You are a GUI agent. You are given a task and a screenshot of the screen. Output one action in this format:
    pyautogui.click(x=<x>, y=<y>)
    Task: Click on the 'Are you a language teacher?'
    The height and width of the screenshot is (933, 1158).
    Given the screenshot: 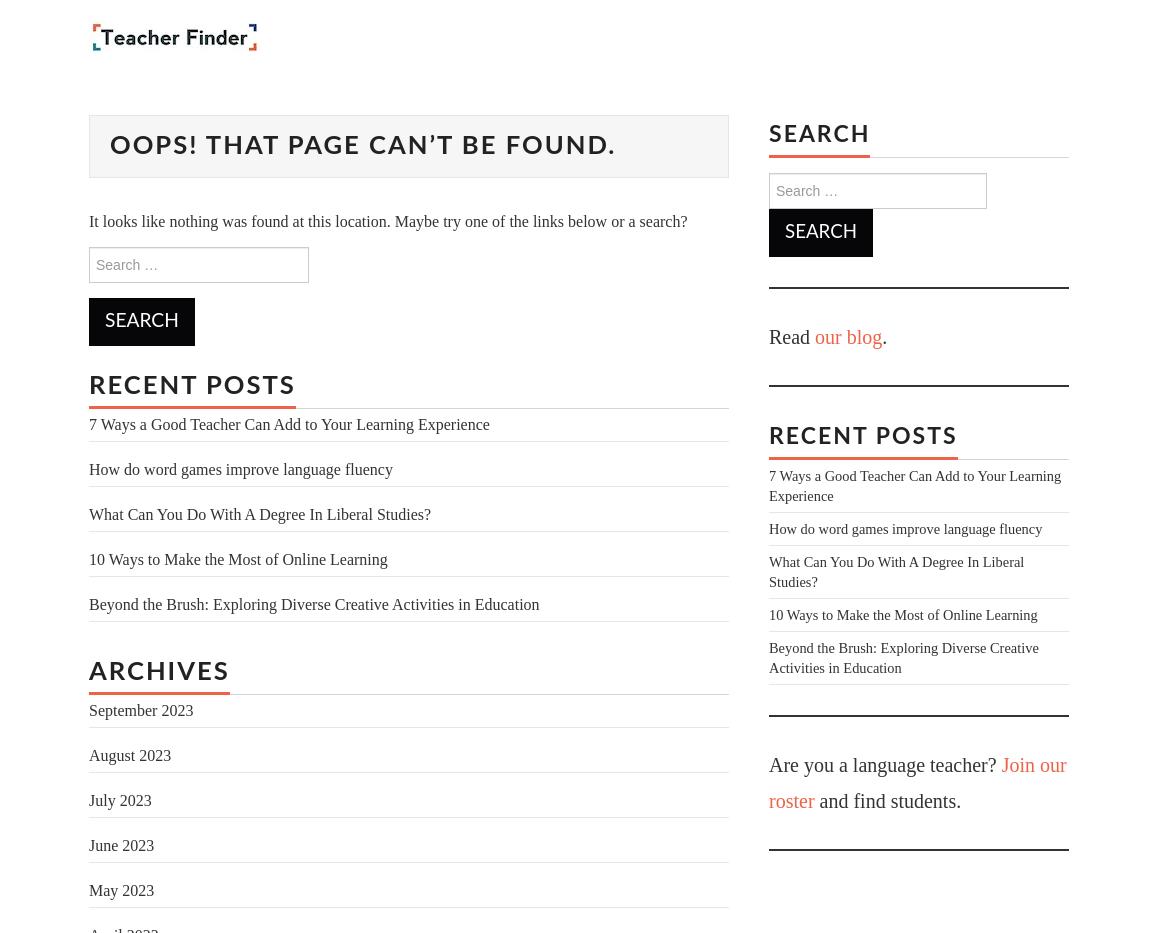 What is the action you would take?
    pyautogui.click(x=884, y=763)
    